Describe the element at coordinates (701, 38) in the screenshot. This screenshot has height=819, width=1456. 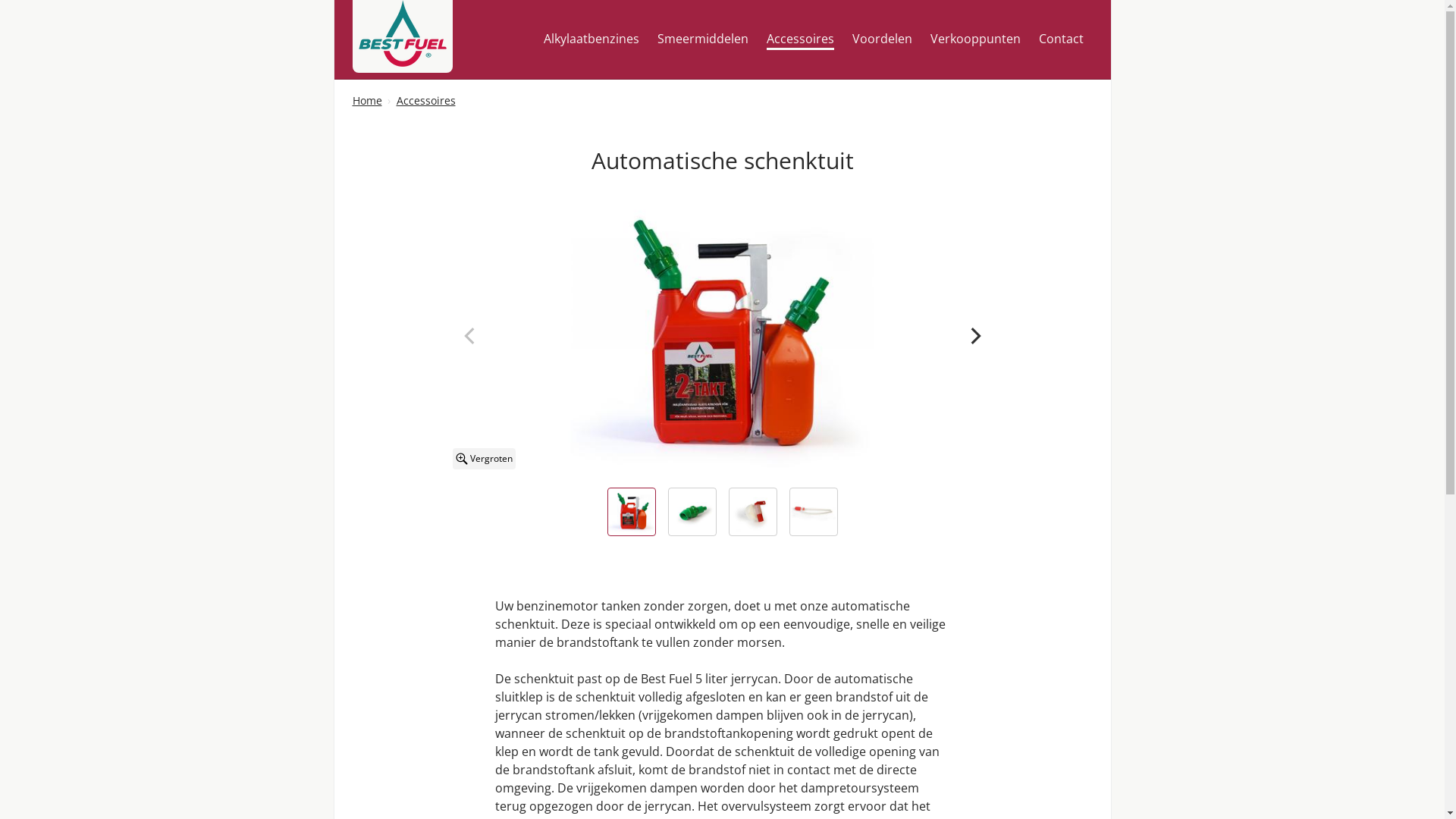
I see `'Smeermiddelen'` at that location.